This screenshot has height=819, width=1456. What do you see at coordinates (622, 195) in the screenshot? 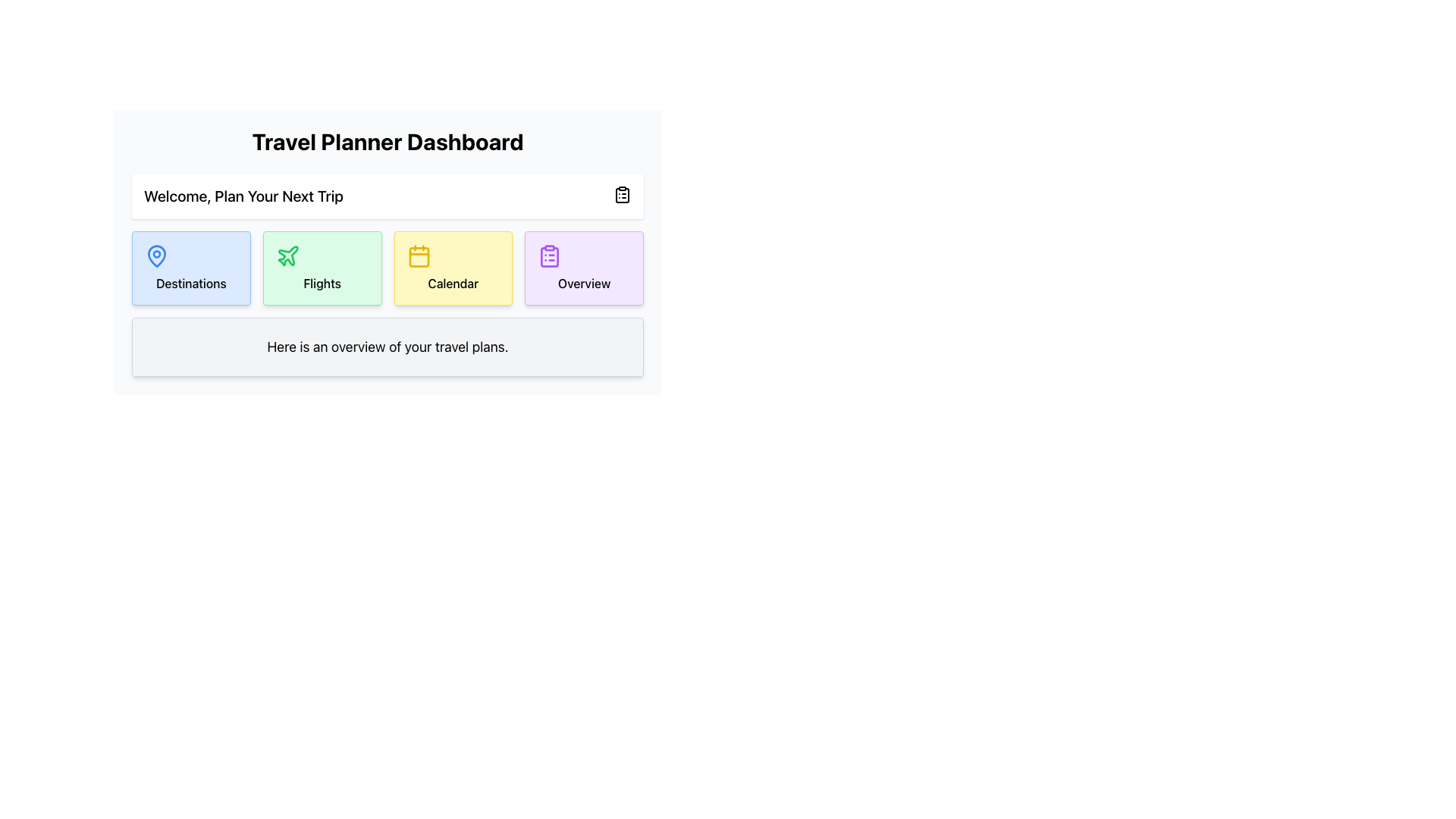
I see `the rectangular shape located vertically within the outlined clipboard icon in the top-right corner of the interface` at bounding box center [622, 195].